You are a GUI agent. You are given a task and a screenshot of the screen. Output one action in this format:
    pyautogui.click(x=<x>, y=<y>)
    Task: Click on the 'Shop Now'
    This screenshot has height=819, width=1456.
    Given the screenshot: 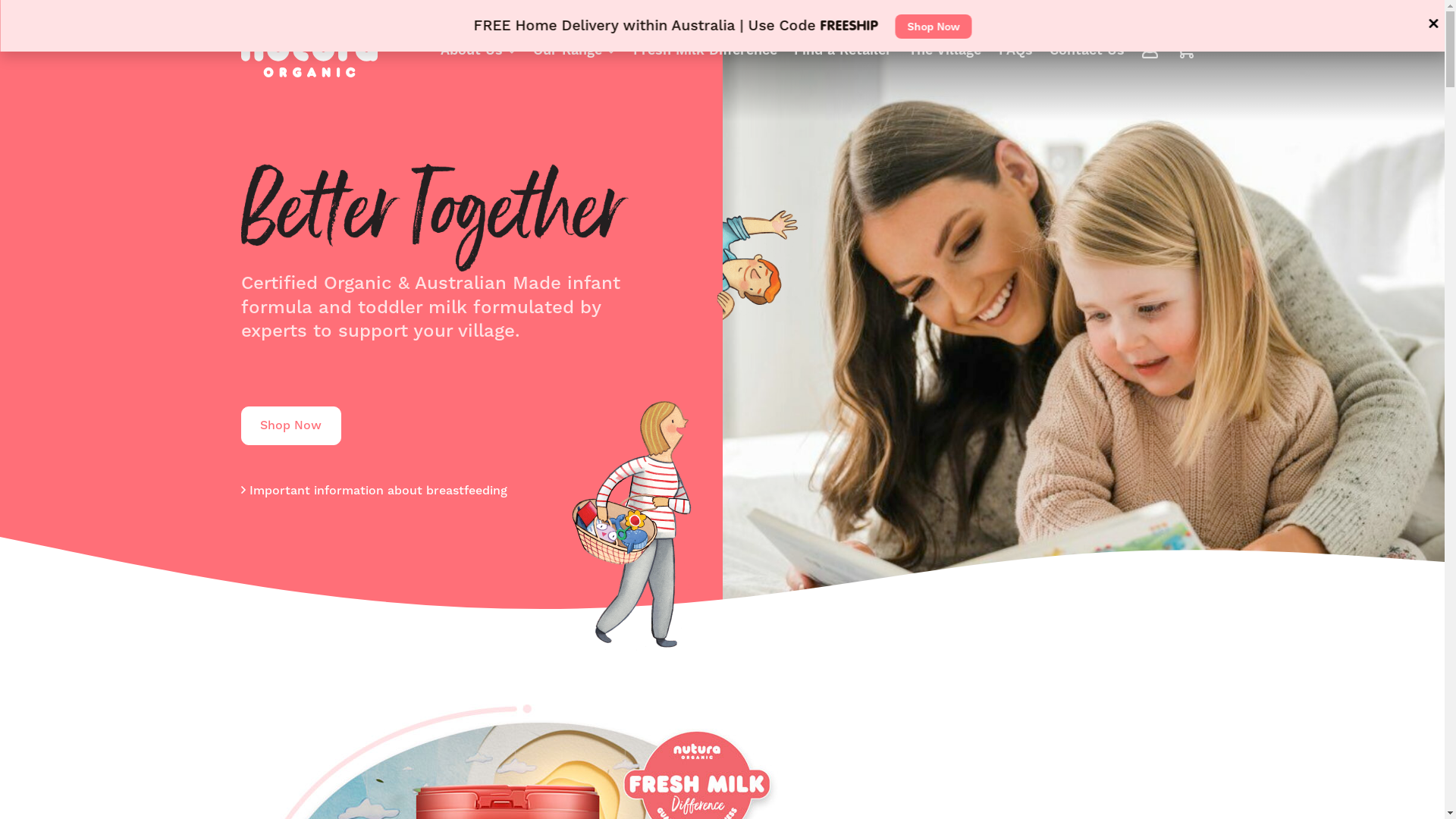 What is the action you would take?
    pyautogui.click(x=895, y=26)
    